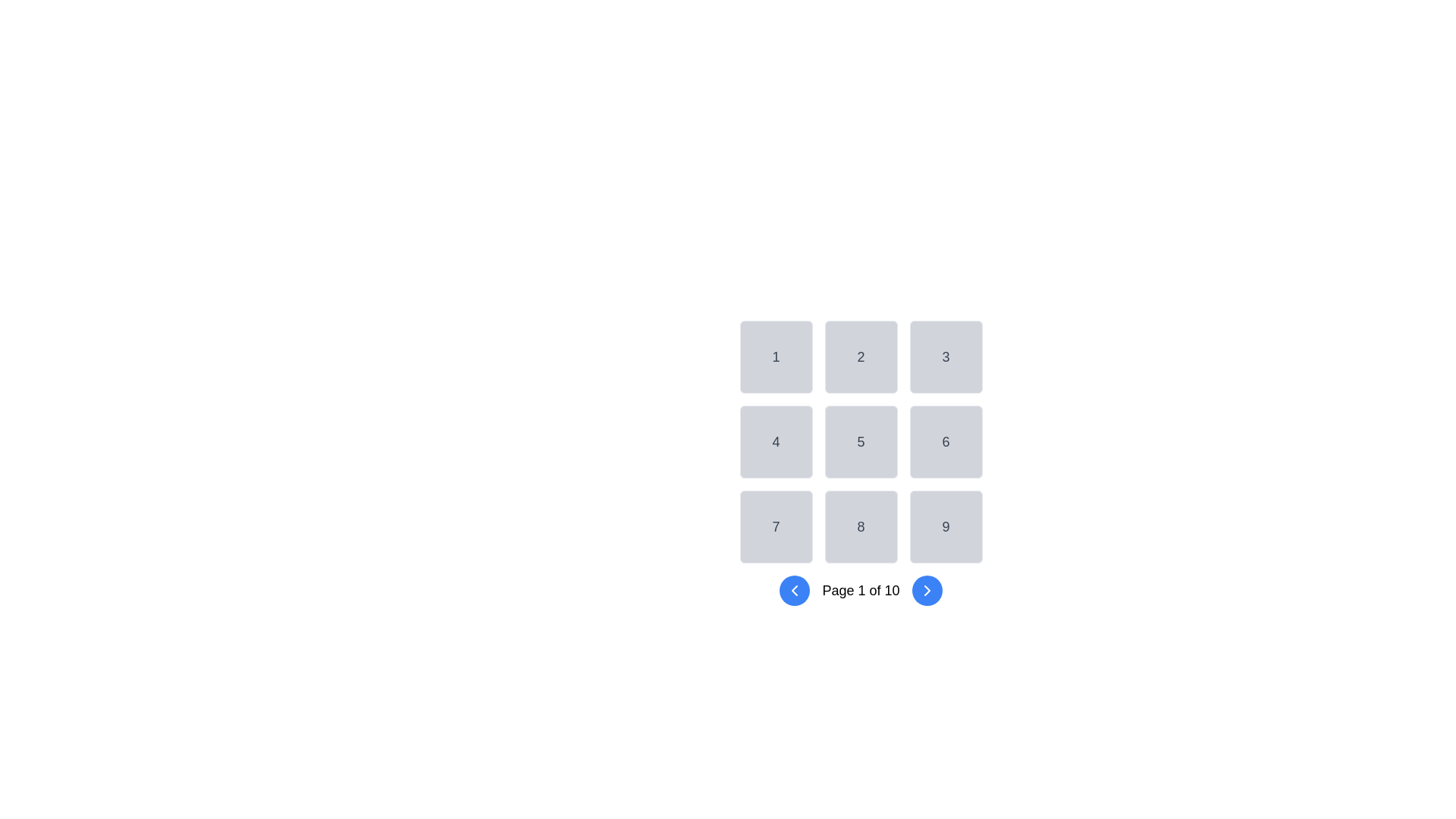  Describe the element at coordinates (861, 526) in the screenshot. I see `the static grid item button with a bold number '8' on a light gray background, located in the 8th slot of a 3x3 grid layout` at that location.